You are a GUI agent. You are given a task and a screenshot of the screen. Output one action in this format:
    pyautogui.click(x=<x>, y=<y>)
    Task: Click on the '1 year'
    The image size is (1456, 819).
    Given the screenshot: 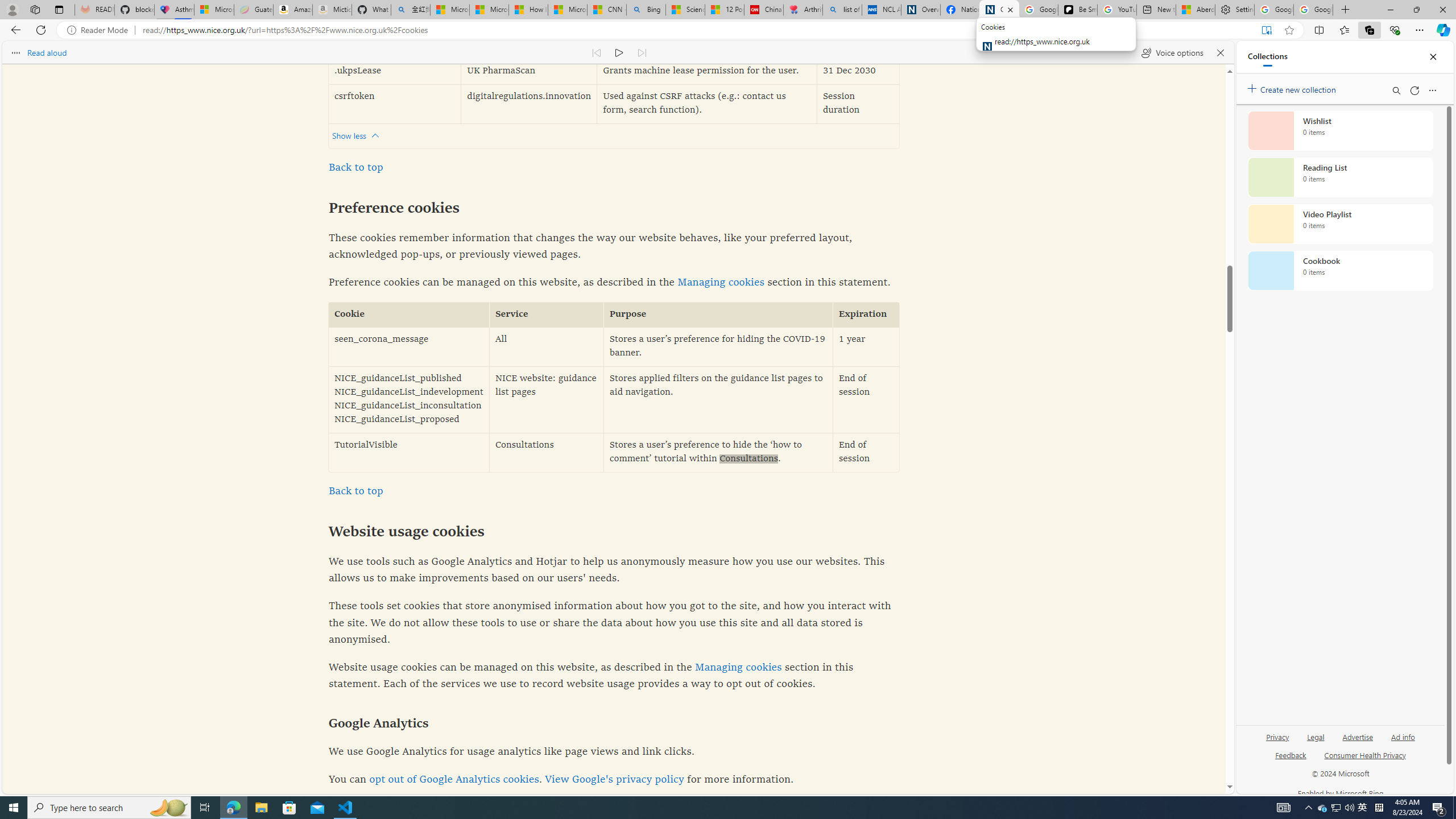 What is the action you would take?
    pyautogui.click(x=866, y=346)
    